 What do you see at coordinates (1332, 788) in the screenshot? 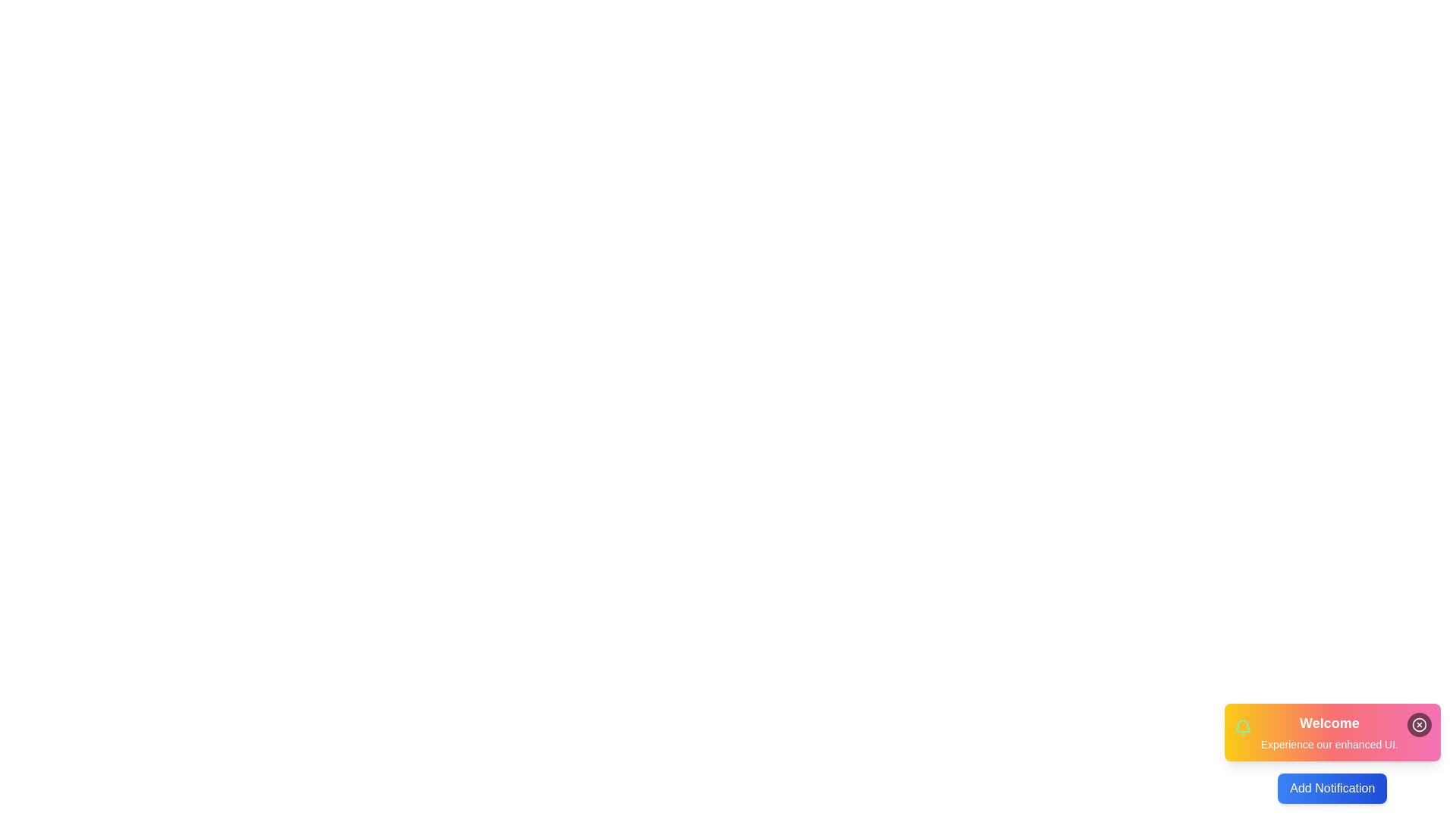
I see `the blue rectangular button with the text 'Add Notification'` at bounding box center [1332, 788].